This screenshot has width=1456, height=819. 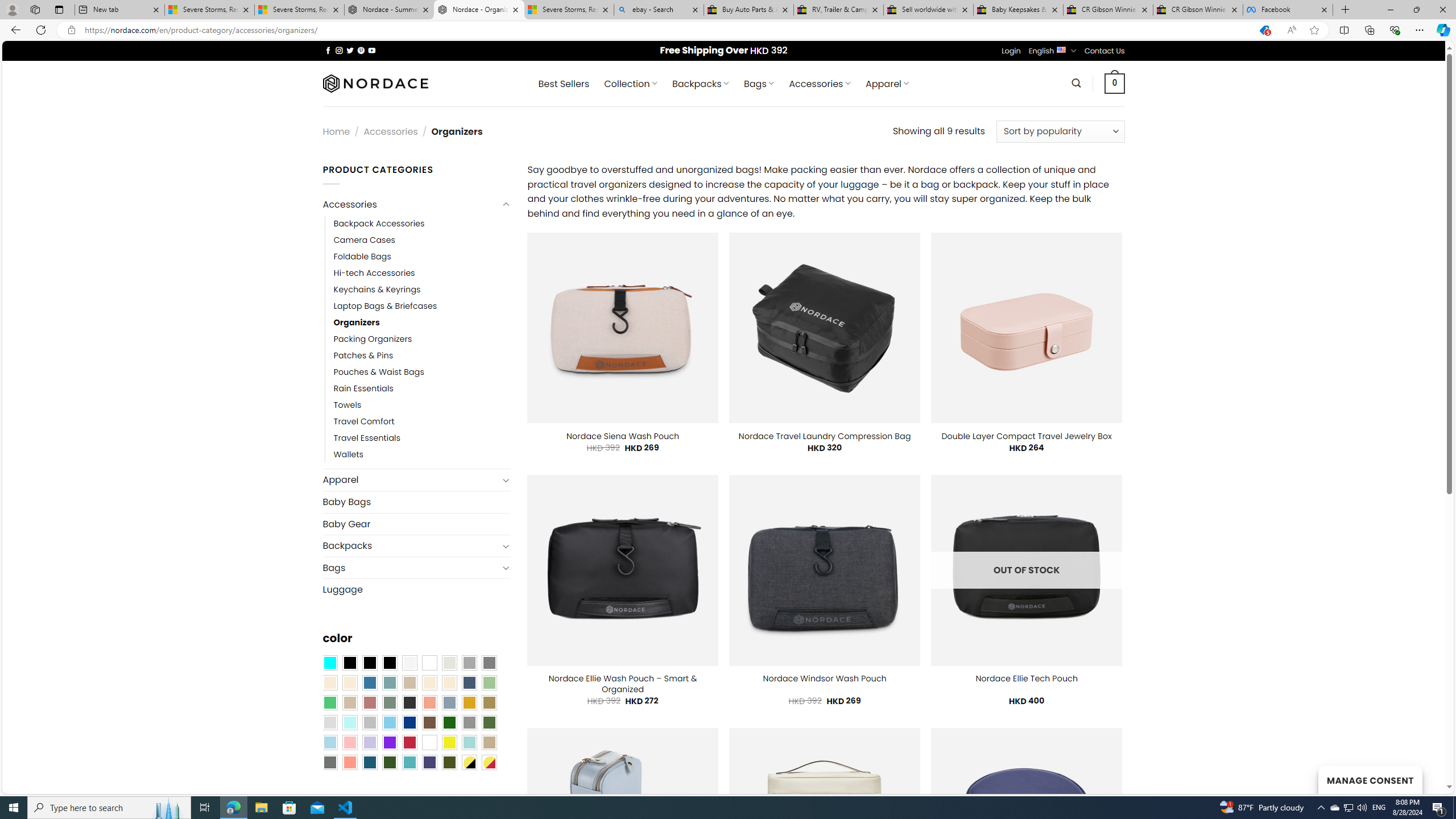 I want to click on 'Pouches & Waist Bags', so click(x=421, y=372).